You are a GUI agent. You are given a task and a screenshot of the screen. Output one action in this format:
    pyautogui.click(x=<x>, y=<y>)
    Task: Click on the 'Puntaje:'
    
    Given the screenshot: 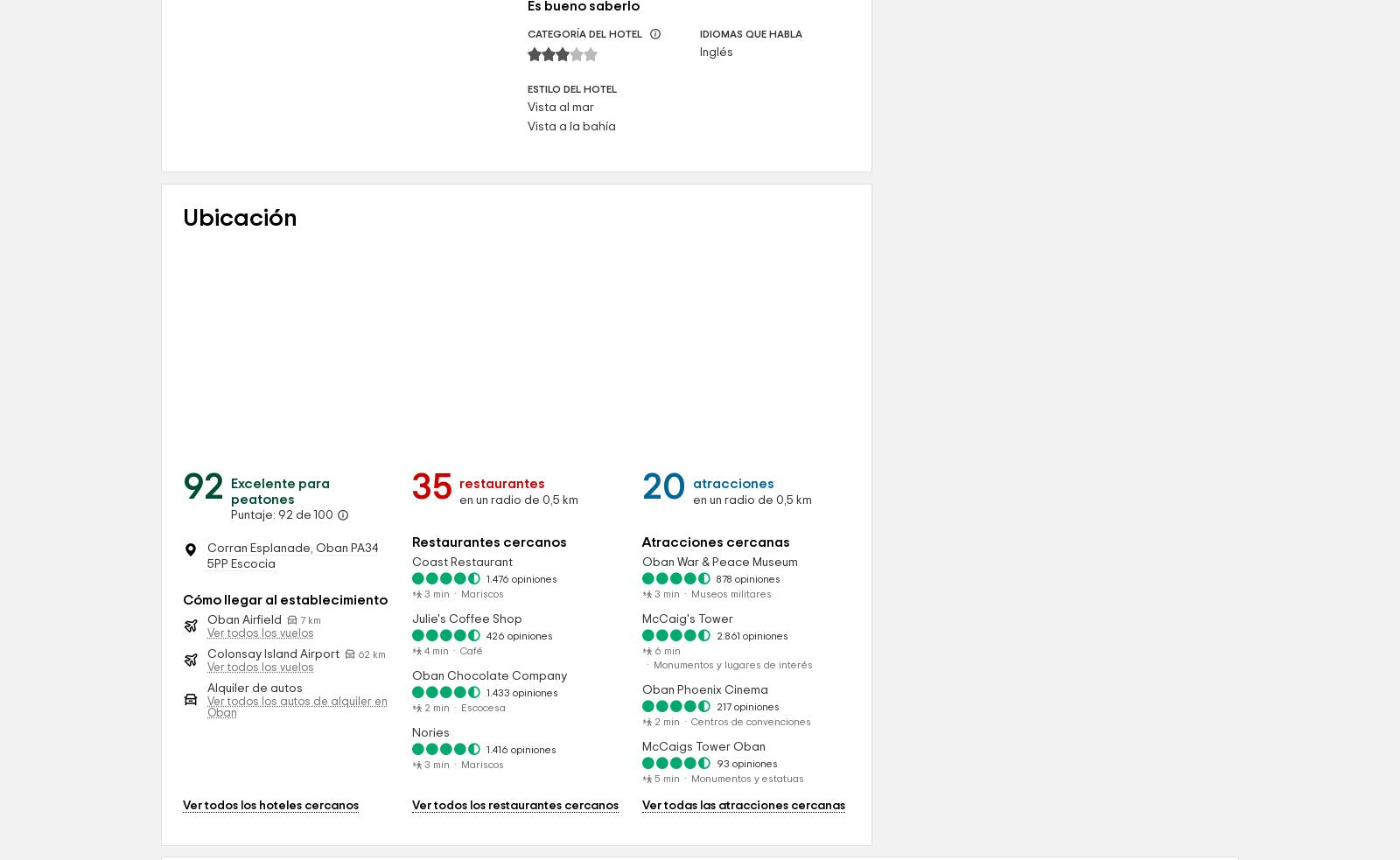 What is the action you would take?
    pyautogui.click(x=255, y=665)
    